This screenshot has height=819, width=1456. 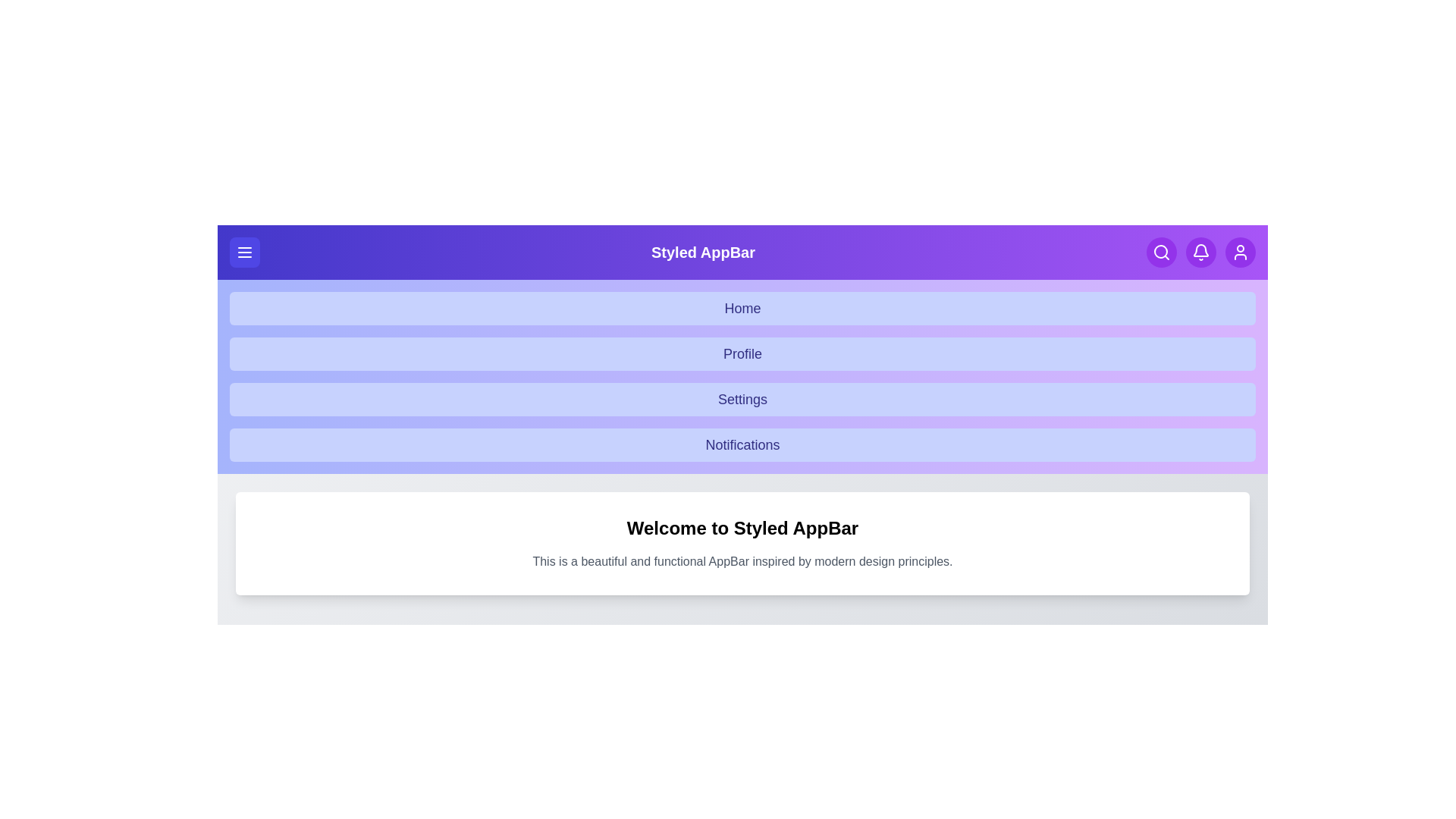 I want to click on the navigation item labeled Notifications, so click(x=742, y=444).